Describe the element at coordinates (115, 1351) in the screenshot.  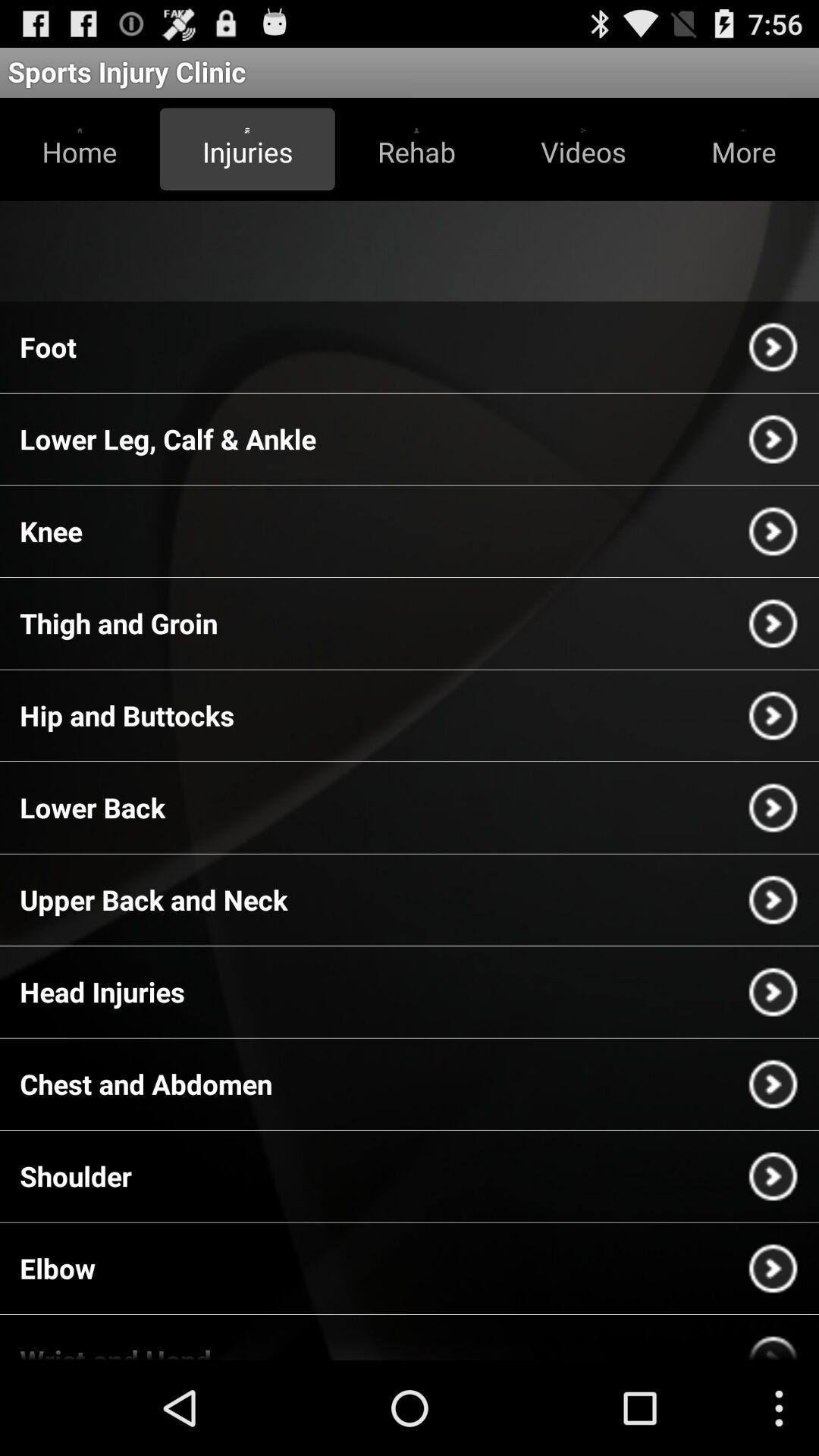
I see `the wrist and hand` at that location.